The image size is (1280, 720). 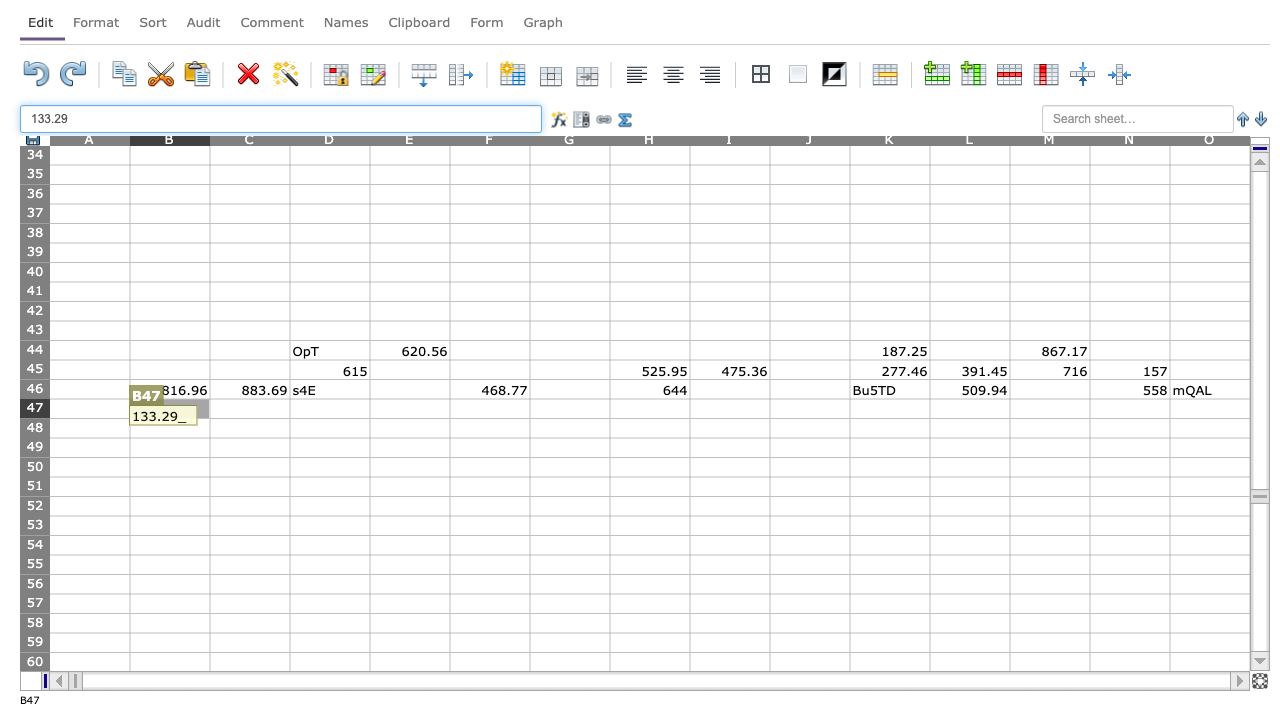 I want to click on Lower right of C59, so click(x=289, y=652).